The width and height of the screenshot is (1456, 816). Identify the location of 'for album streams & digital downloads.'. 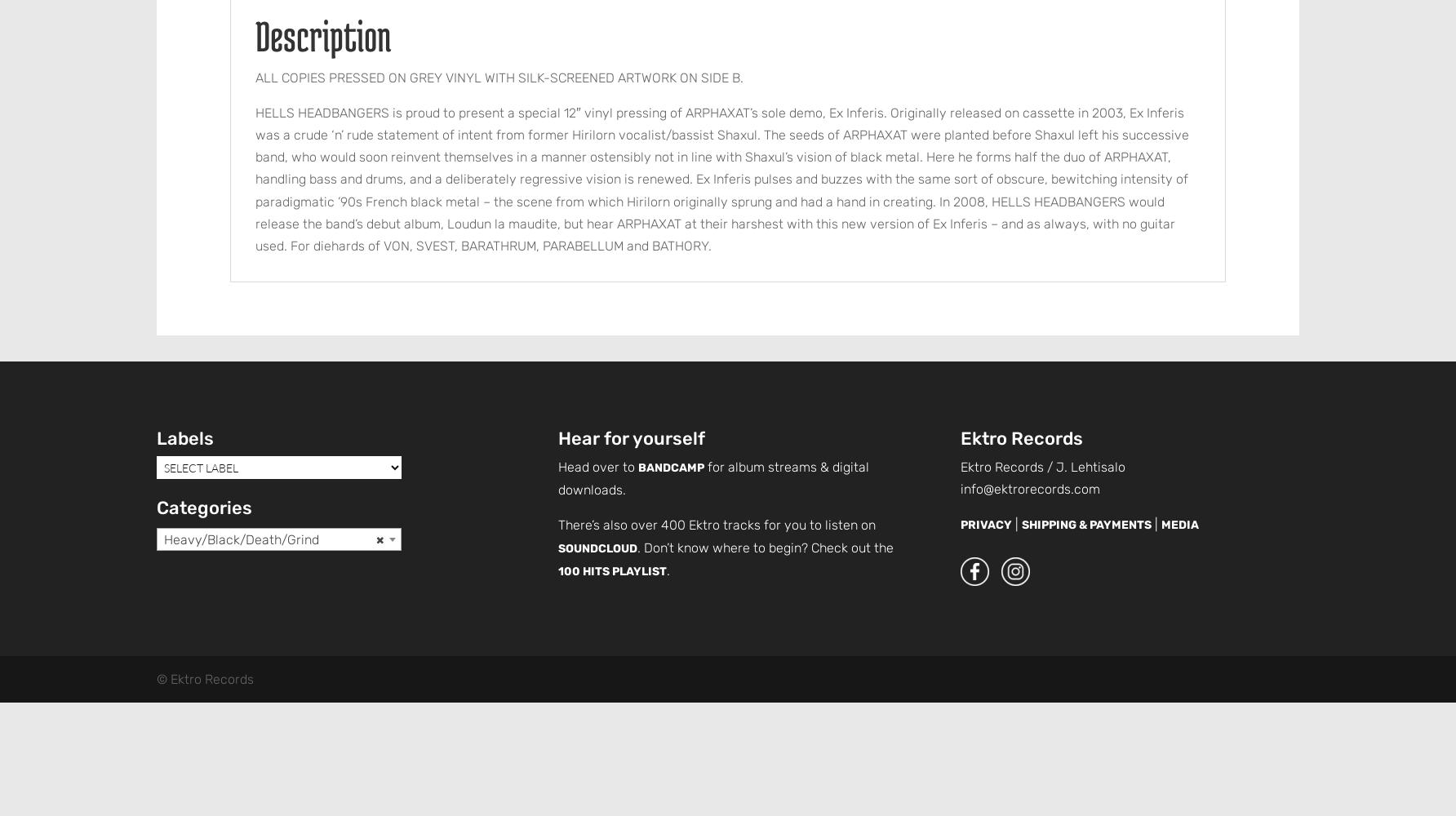
(712, 477).